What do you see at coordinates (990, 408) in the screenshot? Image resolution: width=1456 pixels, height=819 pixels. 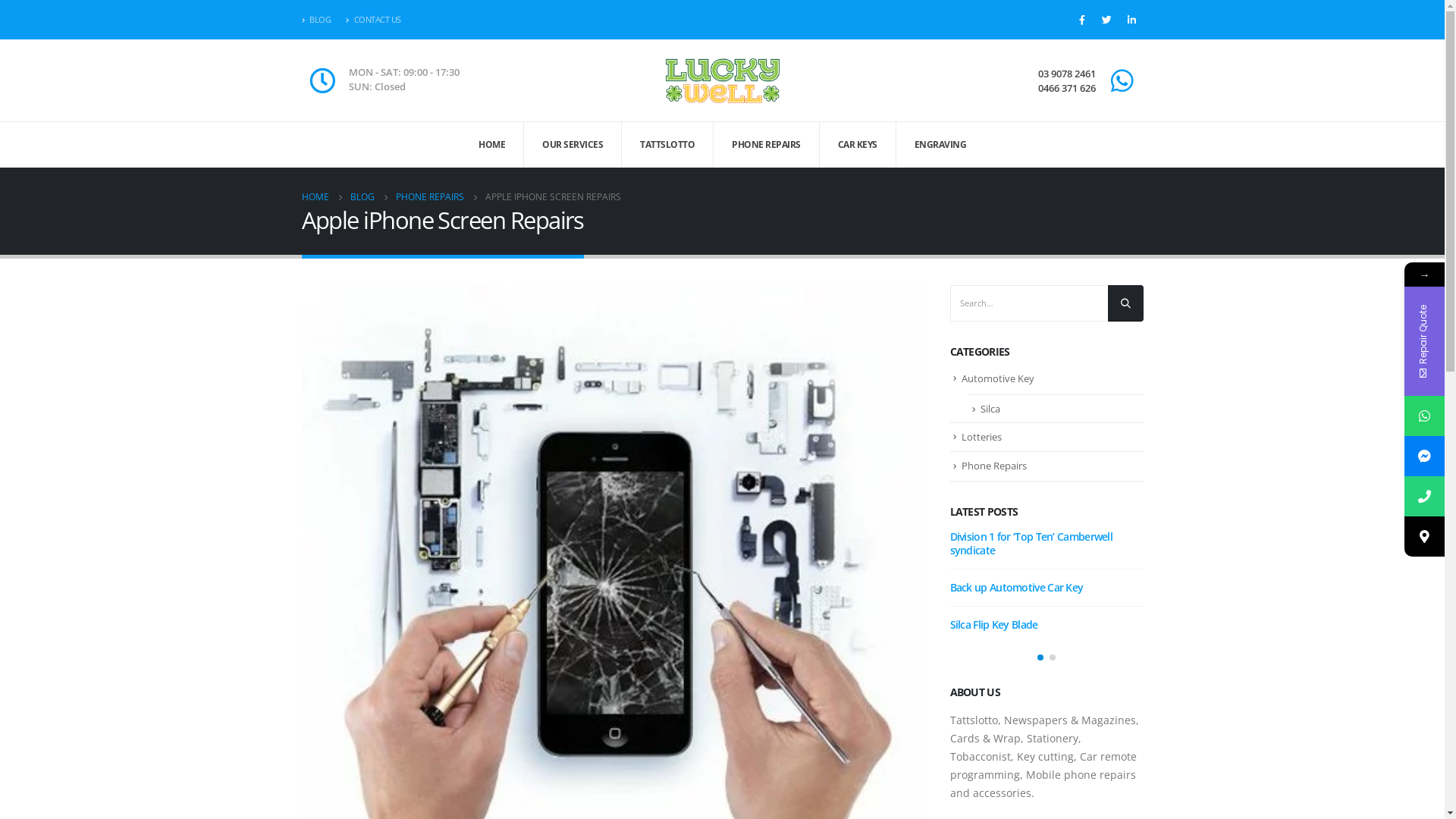 I see `'Silca'` at bounding box center [990, 408].